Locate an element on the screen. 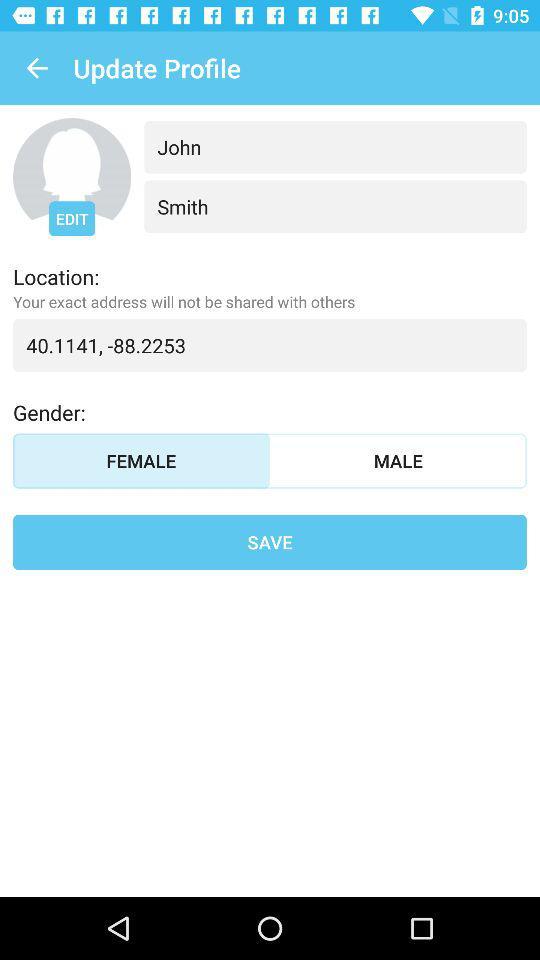 The image size is (540, 960). edit profile picture is located at coordinates (71, 176).